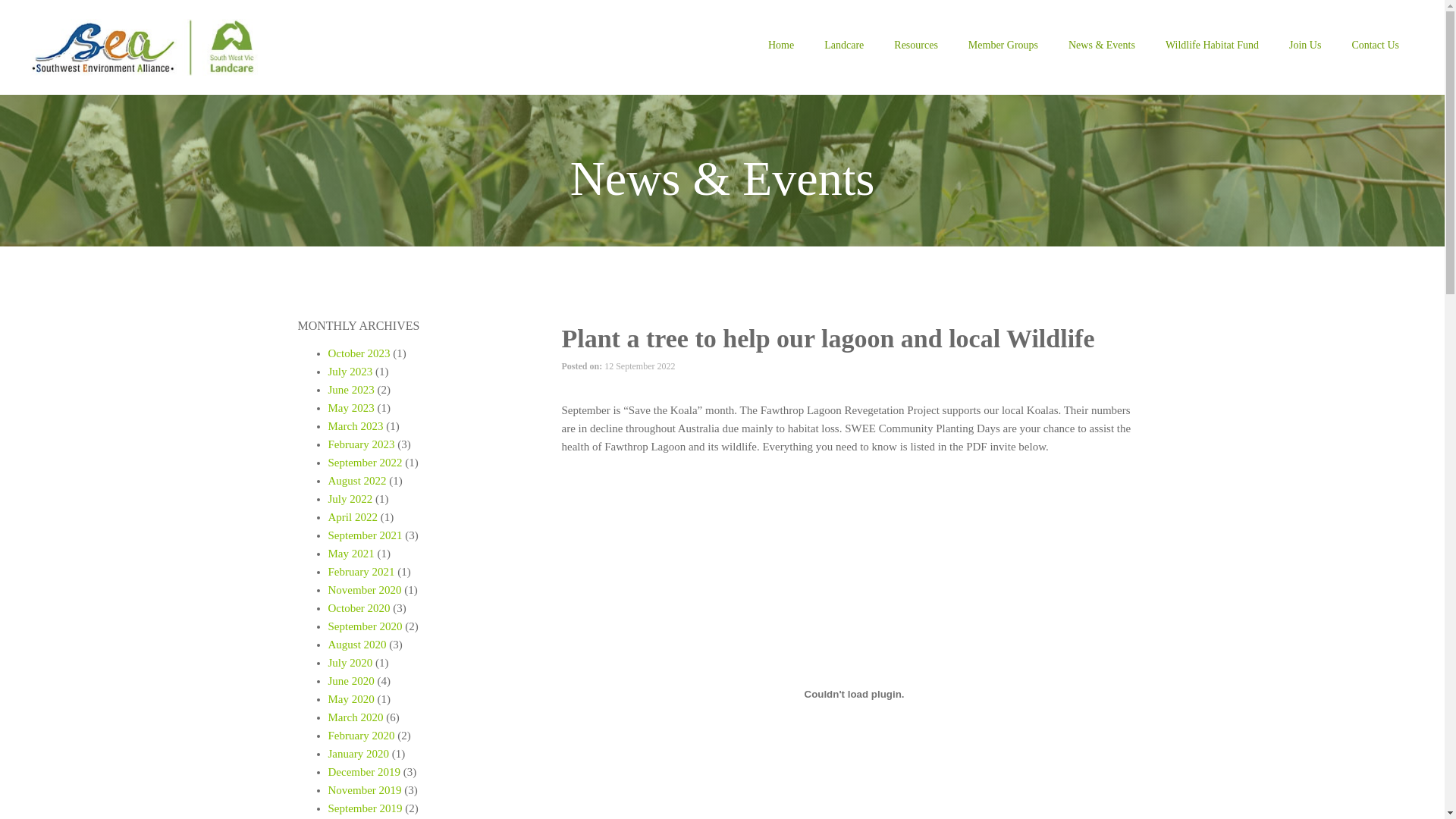 The width and height of the screenshot is (1456, 819). Describe the element at coordinates (364, 789) in the screenshot. I see `'November 2019'` at that location.